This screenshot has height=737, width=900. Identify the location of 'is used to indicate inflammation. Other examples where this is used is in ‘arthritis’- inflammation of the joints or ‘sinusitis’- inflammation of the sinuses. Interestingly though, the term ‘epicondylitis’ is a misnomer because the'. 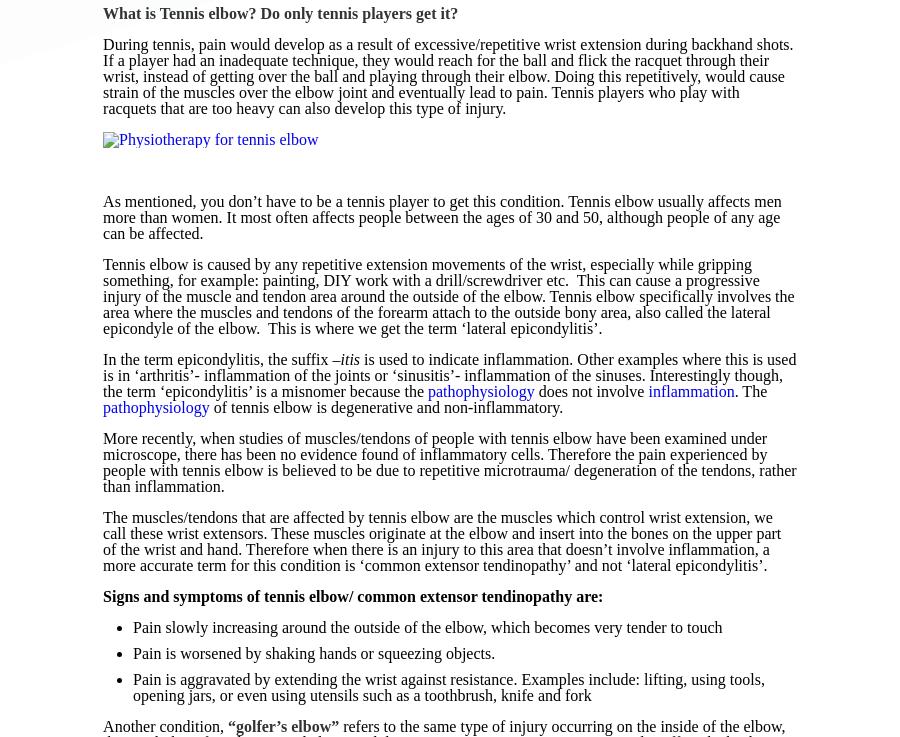
(449, 375).